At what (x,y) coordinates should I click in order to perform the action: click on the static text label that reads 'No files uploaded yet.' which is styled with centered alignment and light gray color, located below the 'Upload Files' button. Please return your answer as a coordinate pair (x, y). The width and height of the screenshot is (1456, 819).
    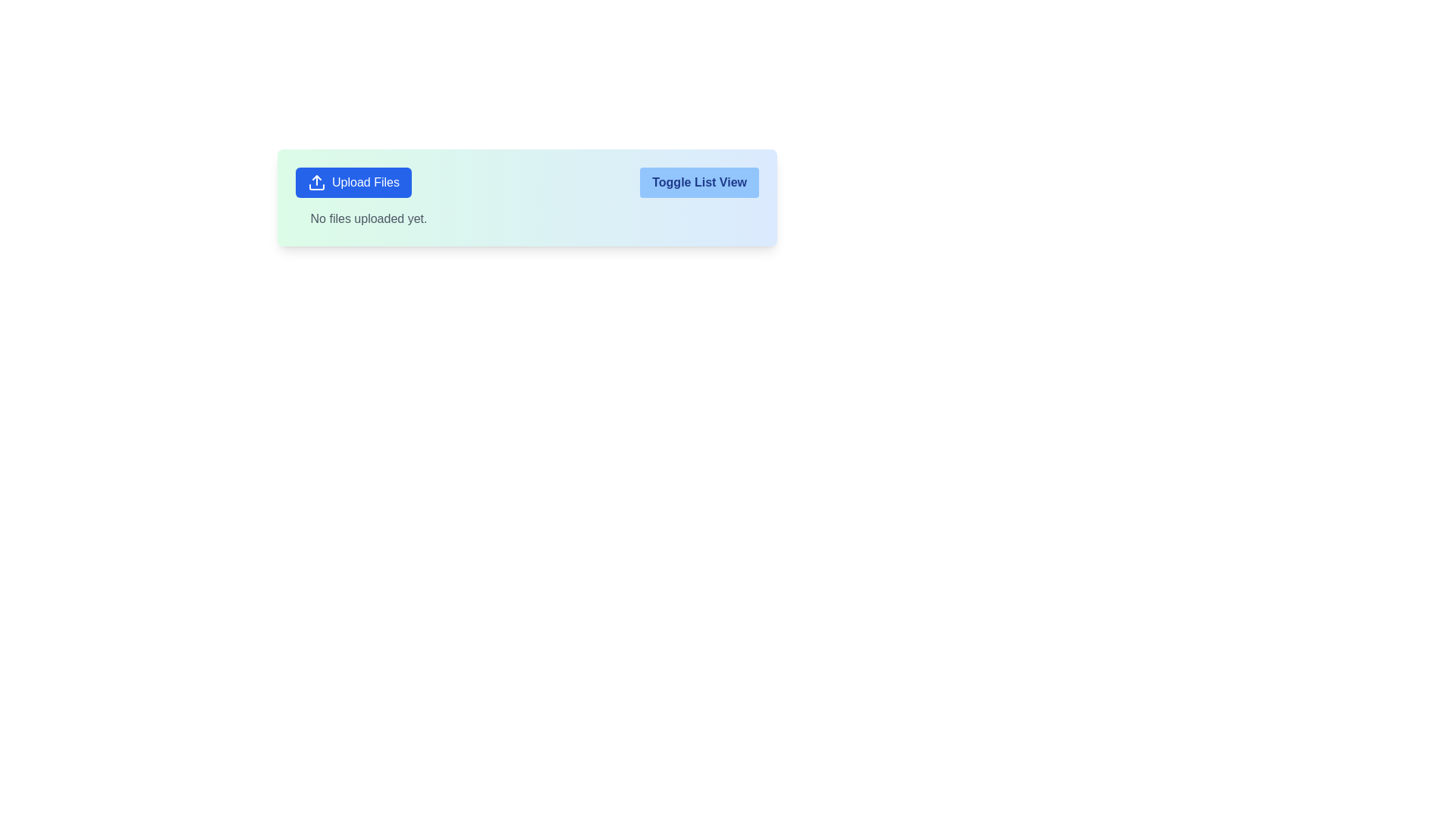
    Looking at the image, I should click on (369, 219).